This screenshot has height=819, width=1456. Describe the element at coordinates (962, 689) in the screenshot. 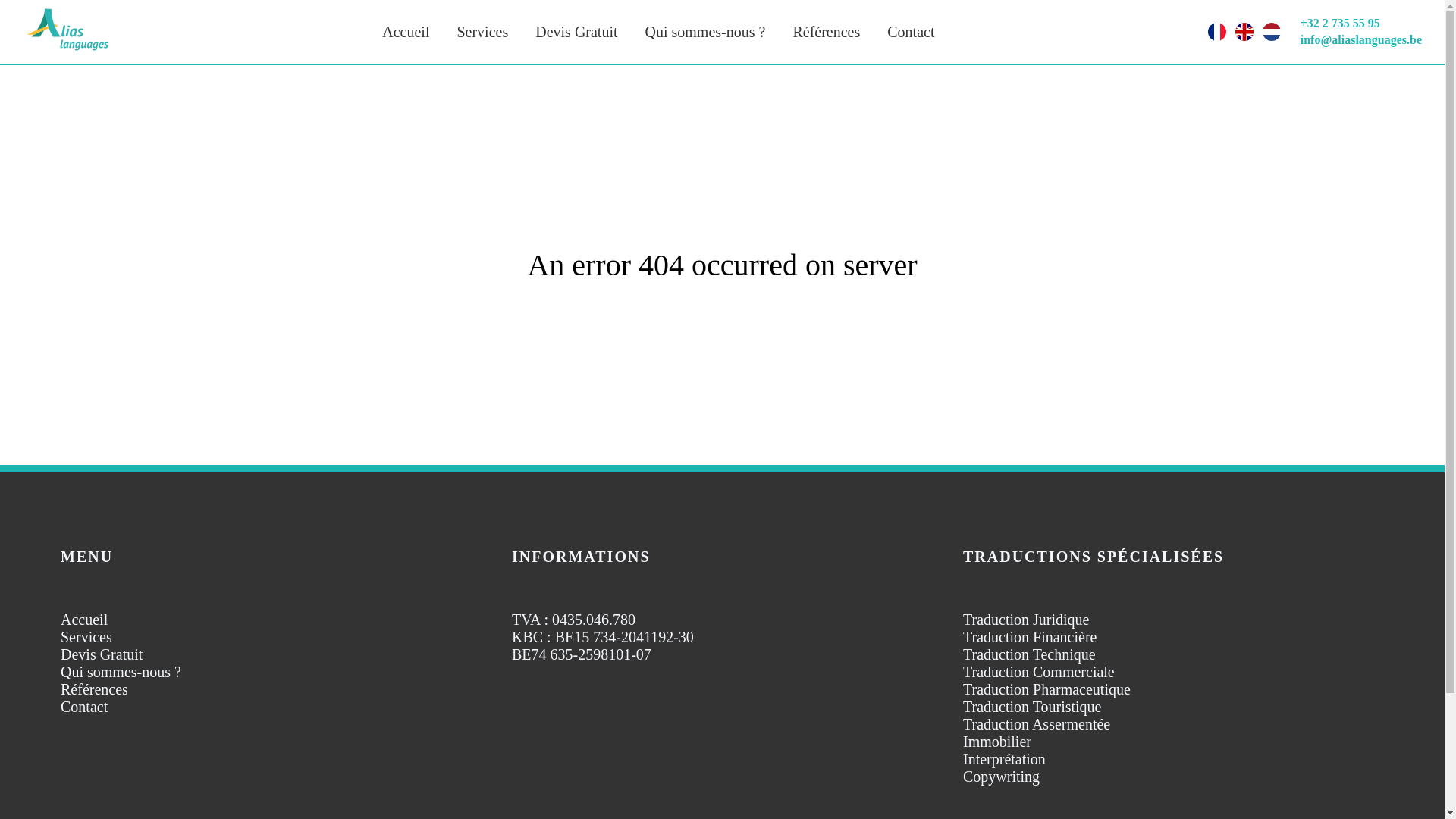

I see `'Traduction Pharmaceutique'` at that location.